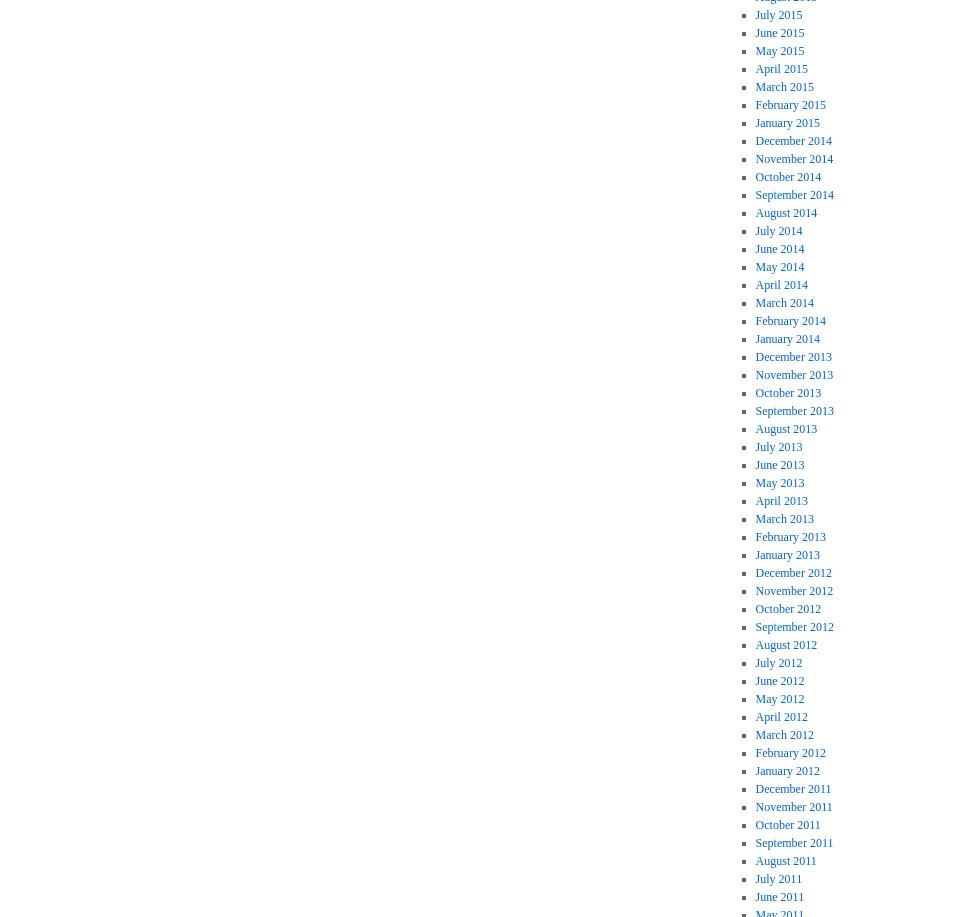 This screenshot has height=917, width=980. What do you see at coordinates (780, 285) in the screenshot?
I see `'April 2014'` at bounding box center [780, 285].